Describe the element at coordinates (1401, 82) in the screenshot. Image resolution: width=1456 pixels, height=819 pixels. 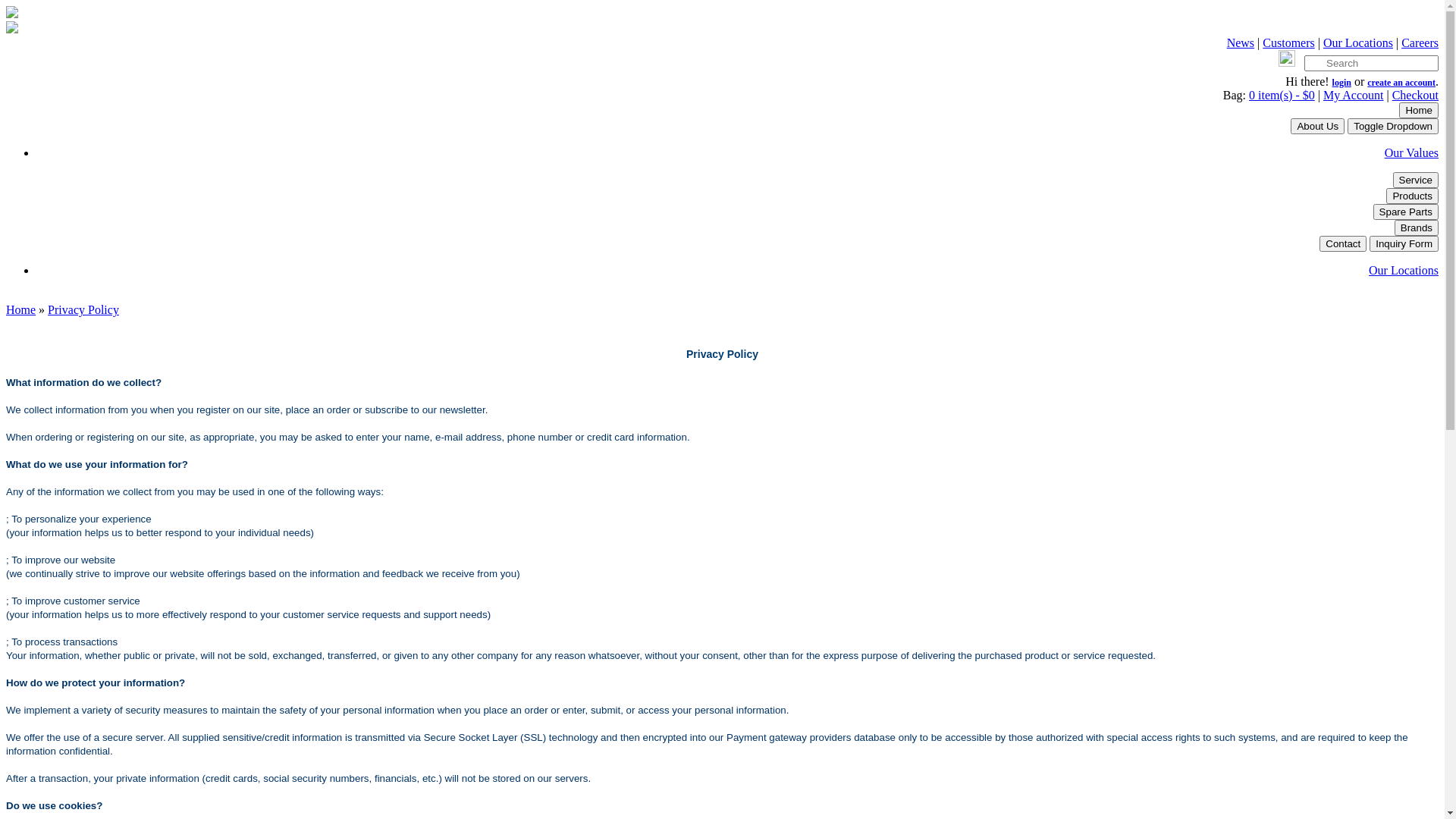
I see `'create an account'` at that location.